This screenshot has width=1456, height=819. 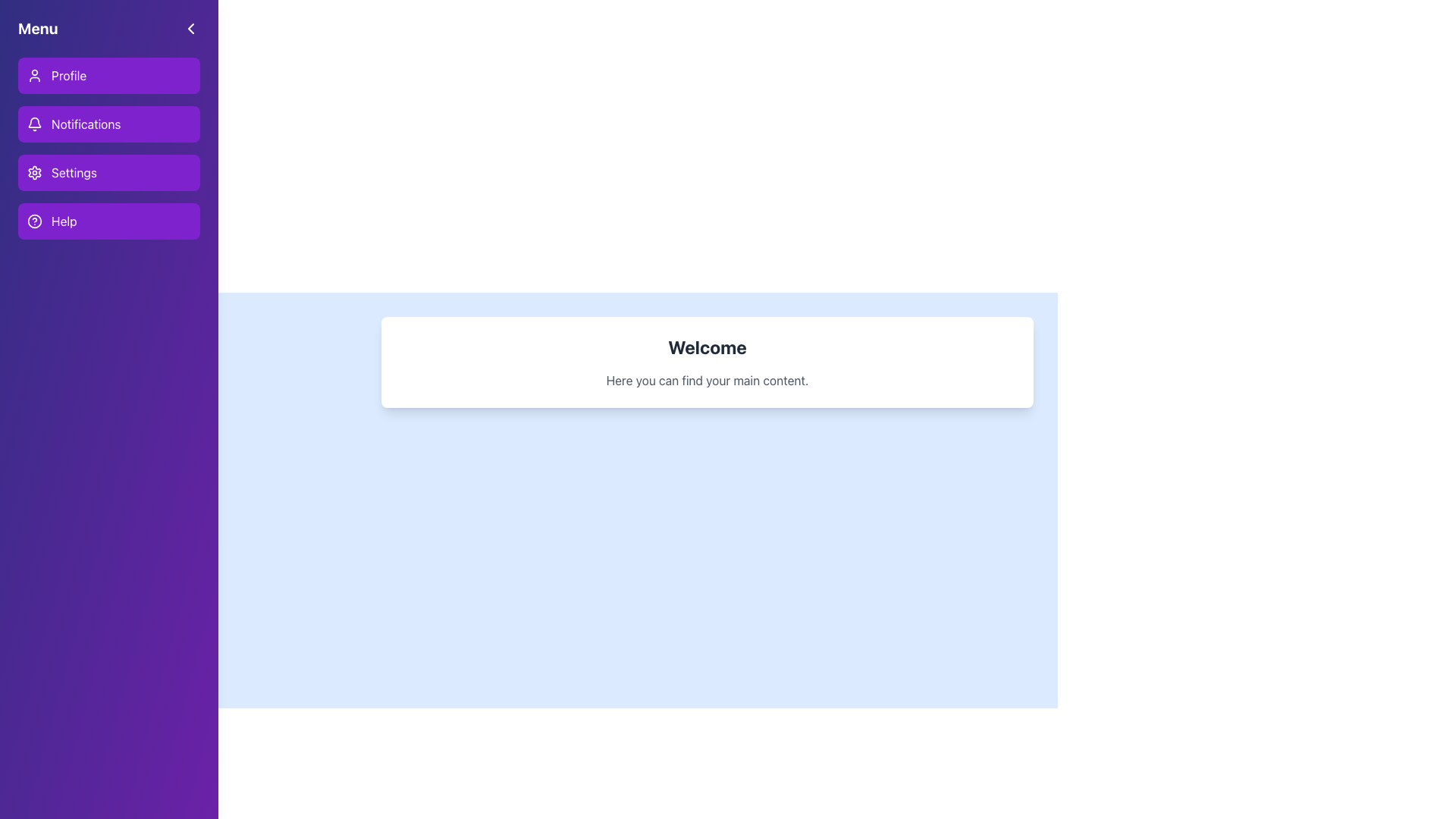 What do you see at coordinates (35, 76) in the screenshot?
I see `the user icon, which is a minimalist line-art illustration styled in white, located within the 'Profile' button on the left-hand side of the interface` at bounding box center [35, 76].